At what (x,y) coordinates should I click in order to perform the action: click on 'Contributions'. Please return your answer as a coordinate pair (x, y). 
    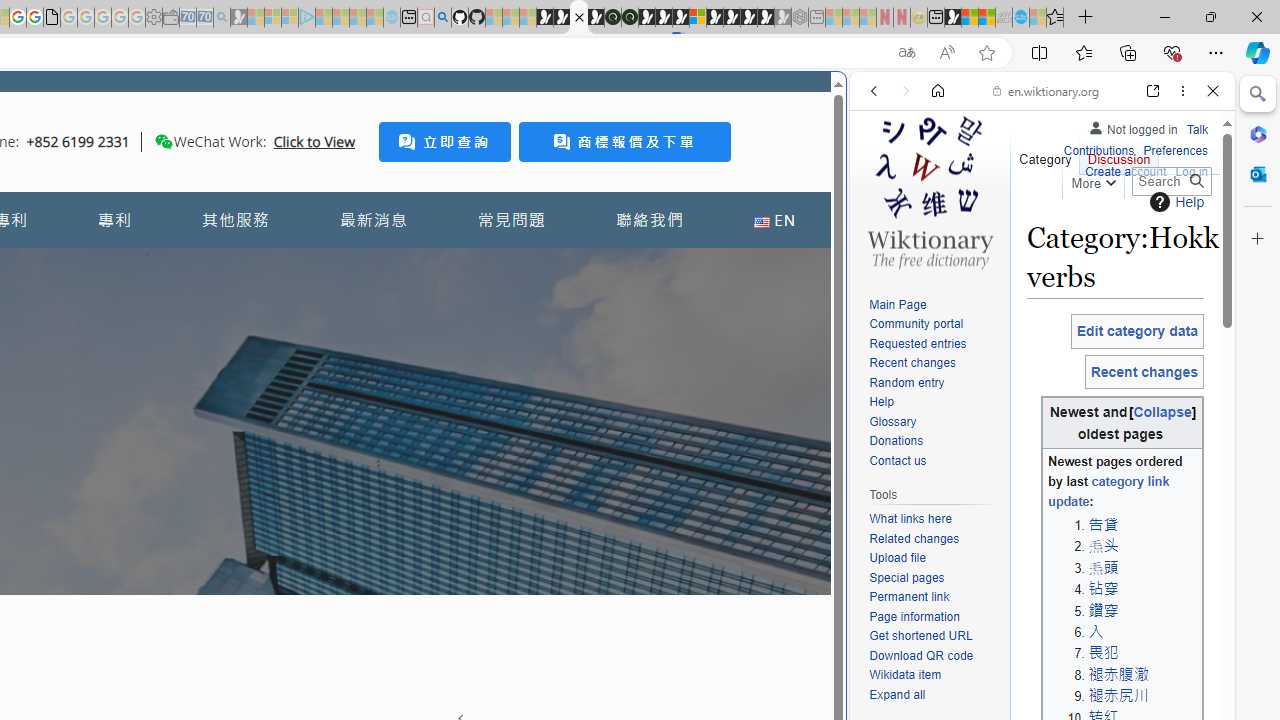
    Looking at the image, I should click on (1097, 147).